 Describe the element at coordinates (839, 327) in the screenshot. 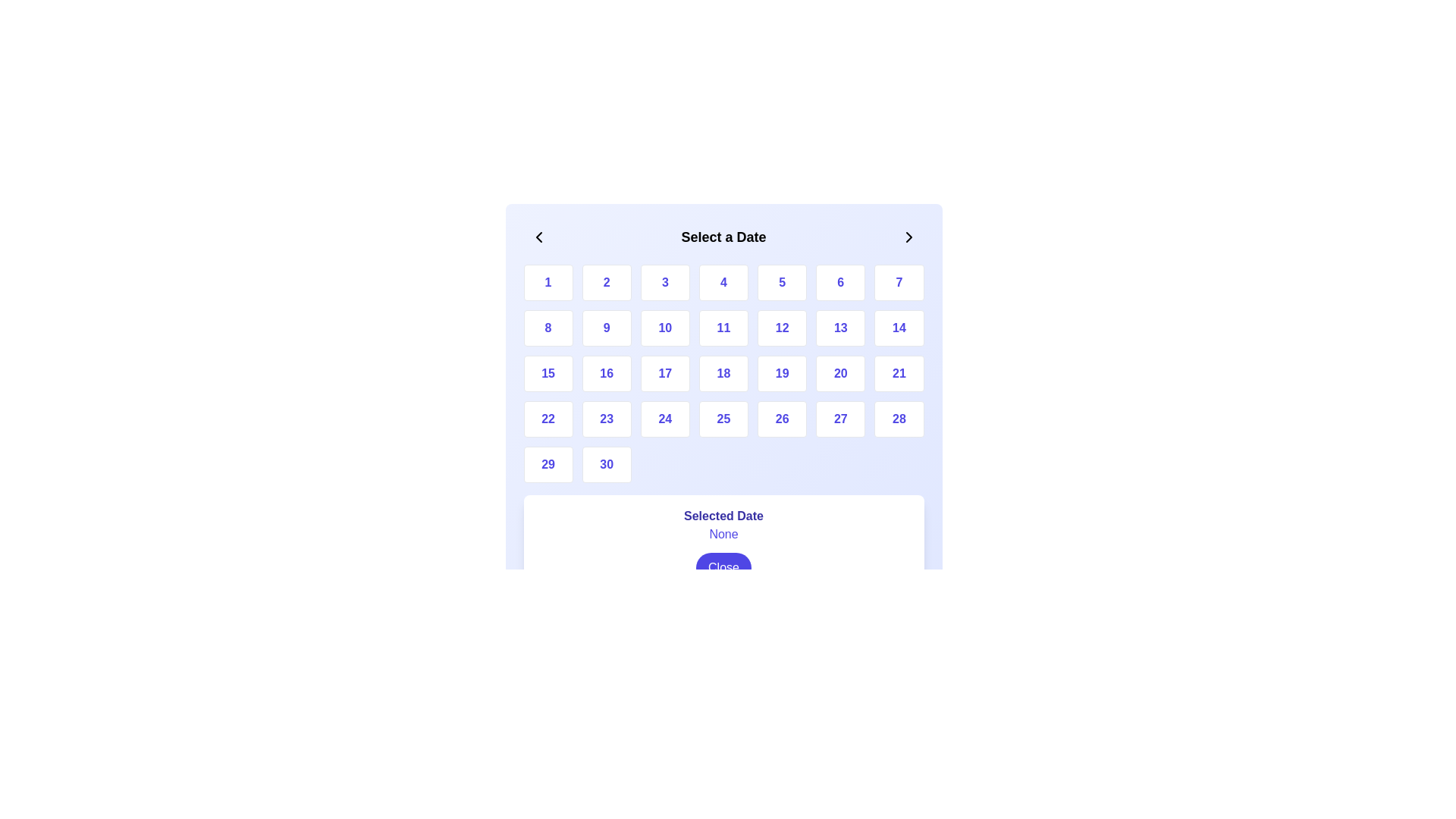

I see `the square button displaying the number '13' in bold indigo font, located in the second row and sixth column of the grid layout` at that location.